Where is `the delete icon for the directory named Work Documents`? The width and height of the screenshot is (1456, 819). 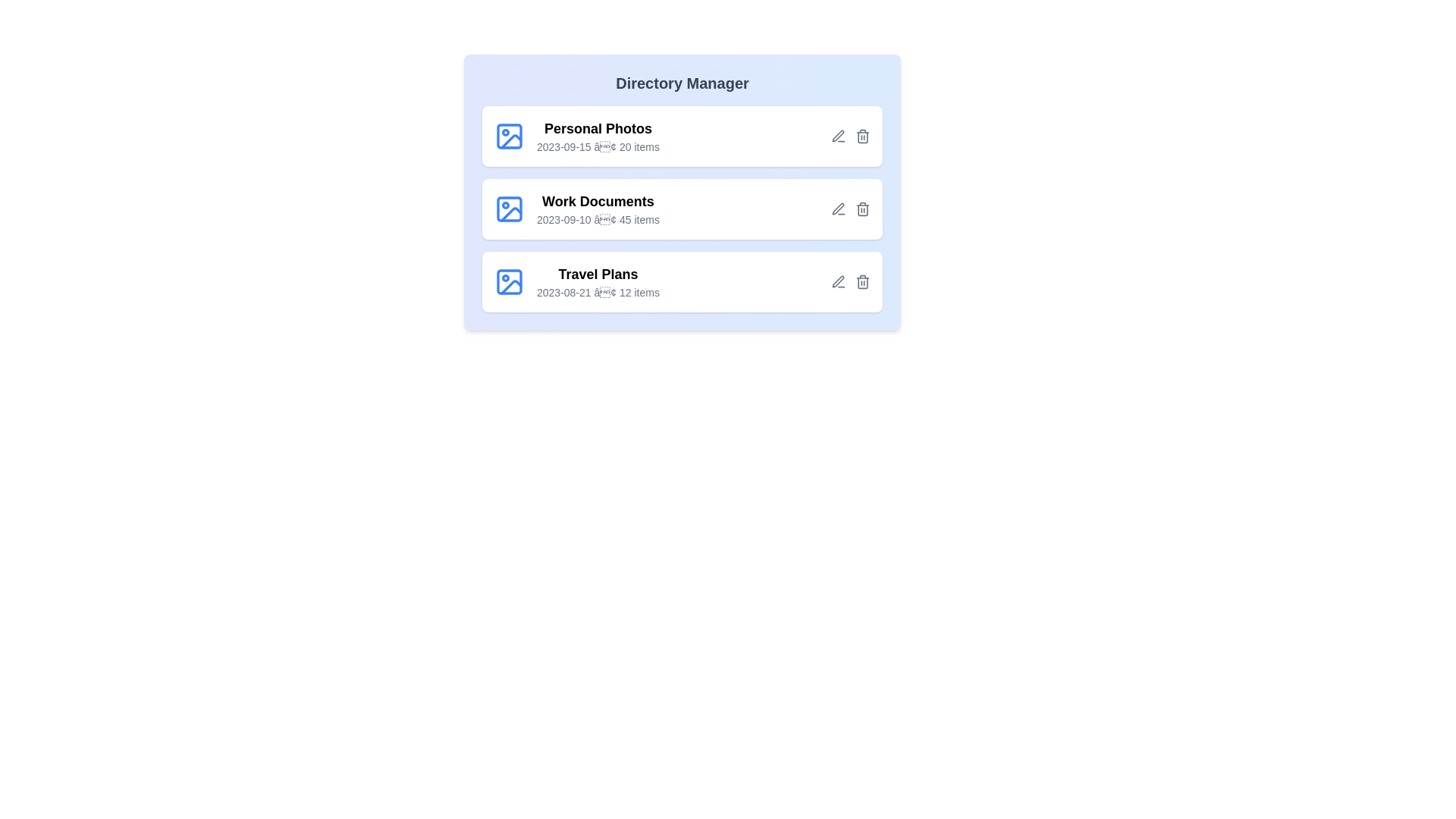 the delete icon for the directory named Work Documents is located at coordinates (862, 209).